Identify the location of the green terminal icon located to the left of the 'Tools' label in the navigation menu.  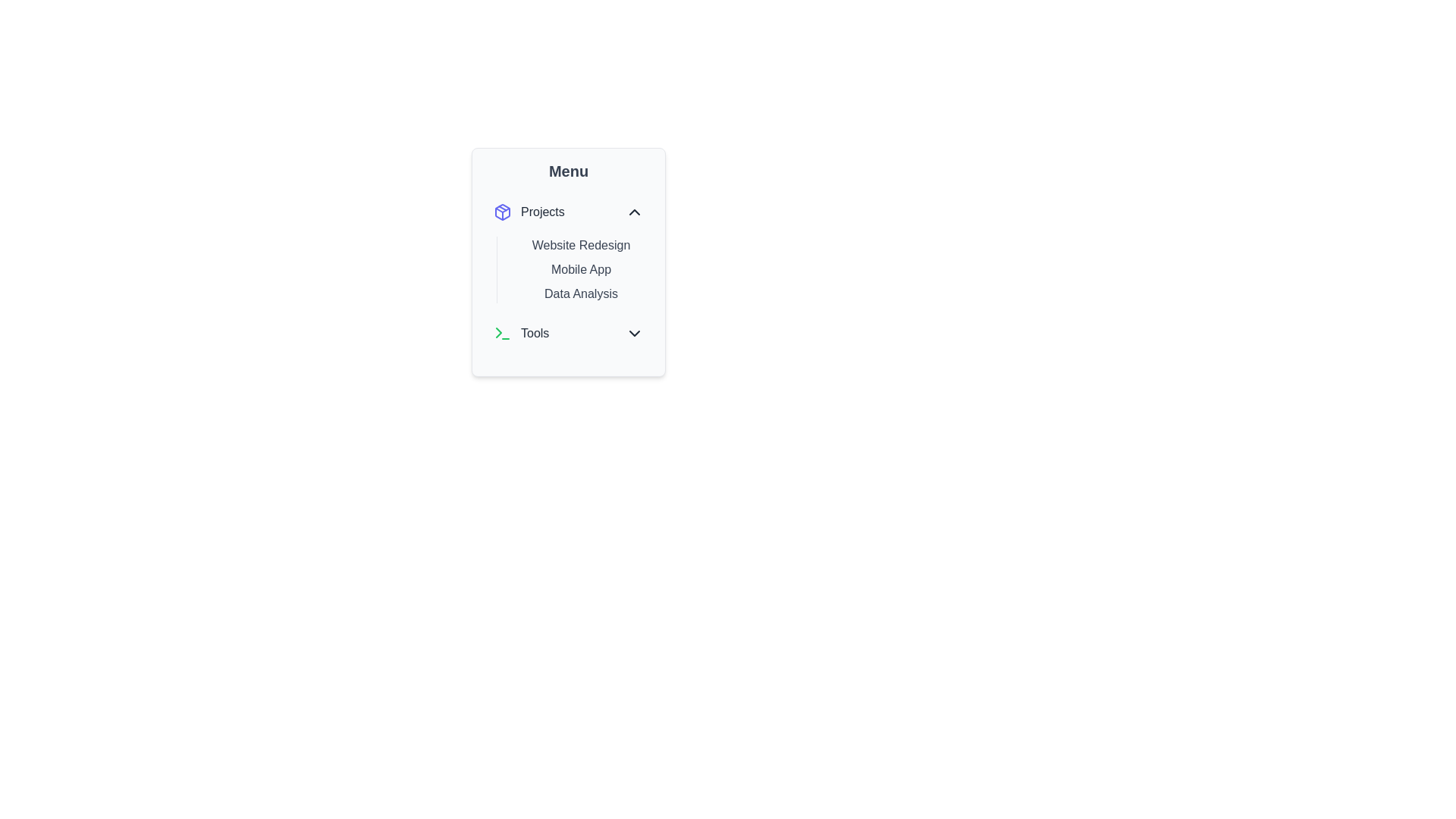
(502, 332).